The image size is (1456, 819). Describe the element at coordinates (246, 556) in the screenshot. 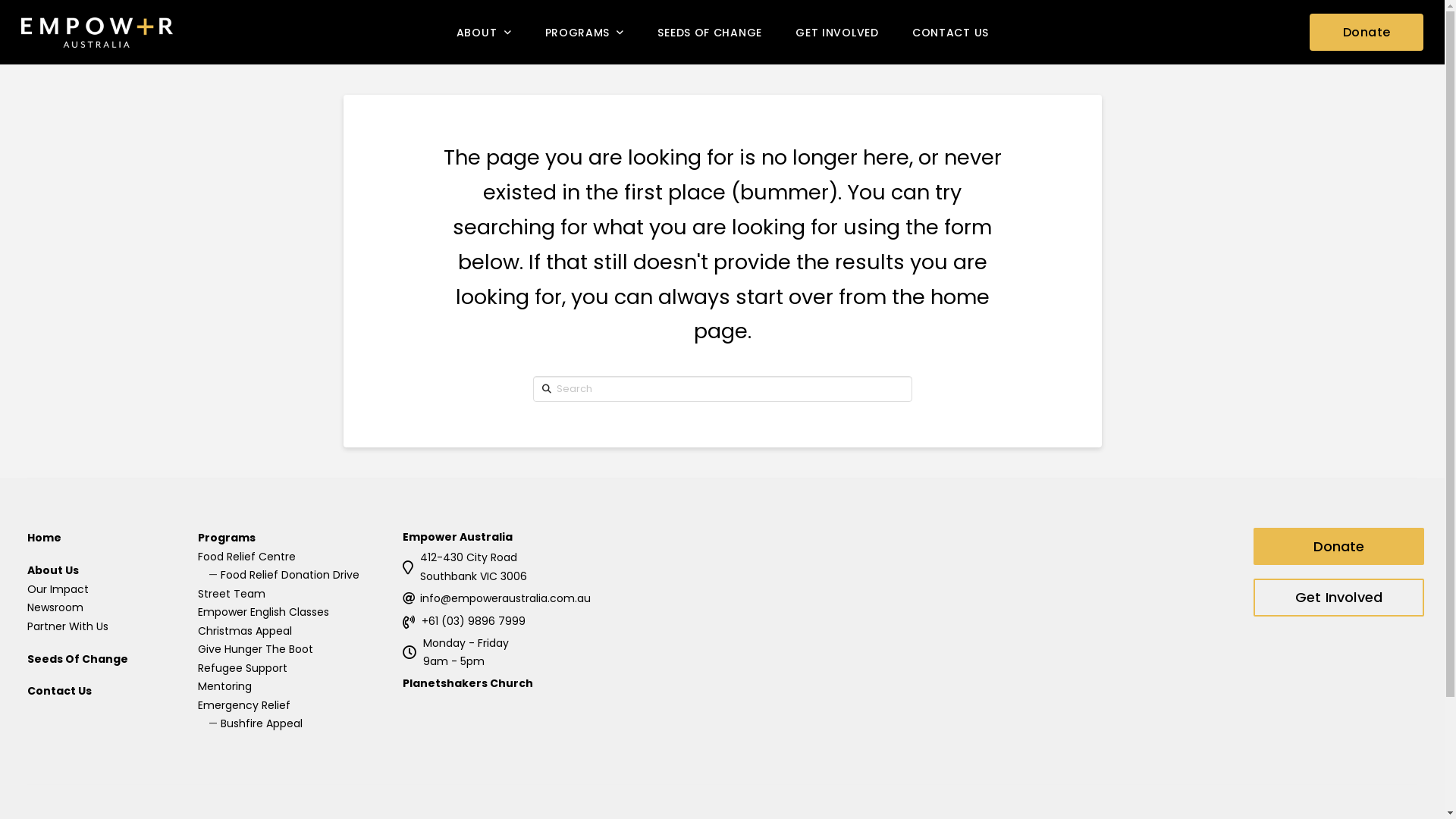

I see `'Food Relief Centre'` at that location.